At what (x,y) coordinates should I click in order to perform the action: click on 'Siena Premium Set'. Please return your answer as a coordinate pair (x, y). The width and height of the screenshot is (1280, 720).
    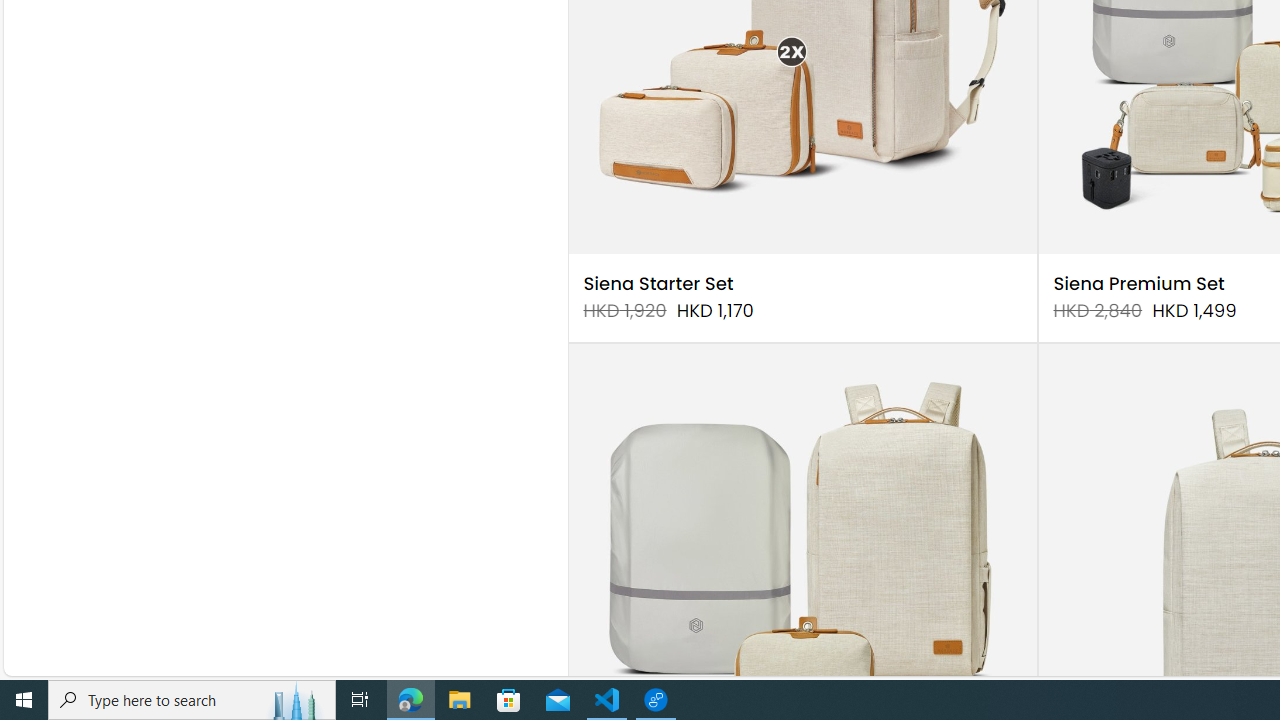
    Looking at the image, I should click on (1139, 284).